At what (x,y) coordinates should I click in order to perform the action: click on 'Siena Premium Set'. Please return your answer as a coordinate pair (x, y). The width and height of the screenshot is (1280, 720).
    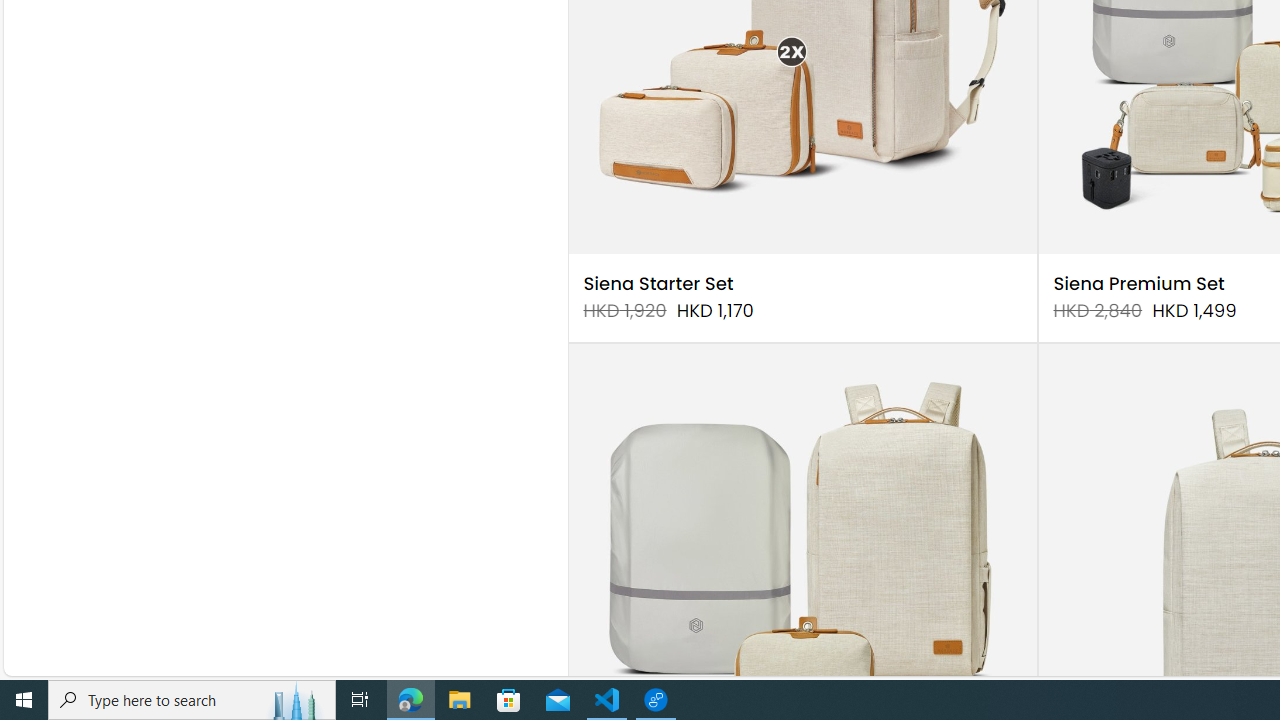
    Looking at the image, I should click on (1139, 284).